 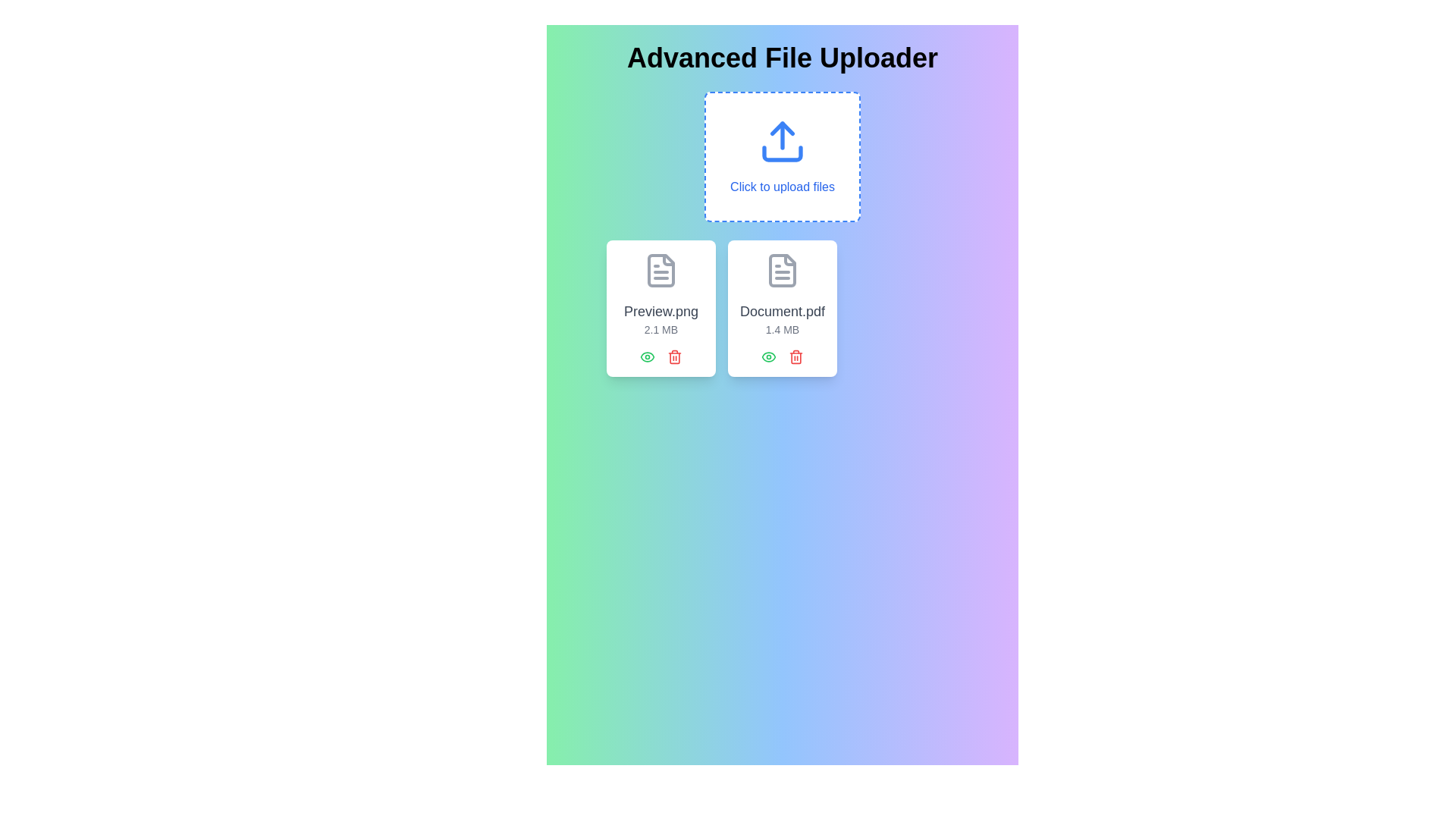 I want to click on the preview or visibility toggle icon located at the bottom-left of the rectangular card containing a file's details, so click(x=768, y=356).